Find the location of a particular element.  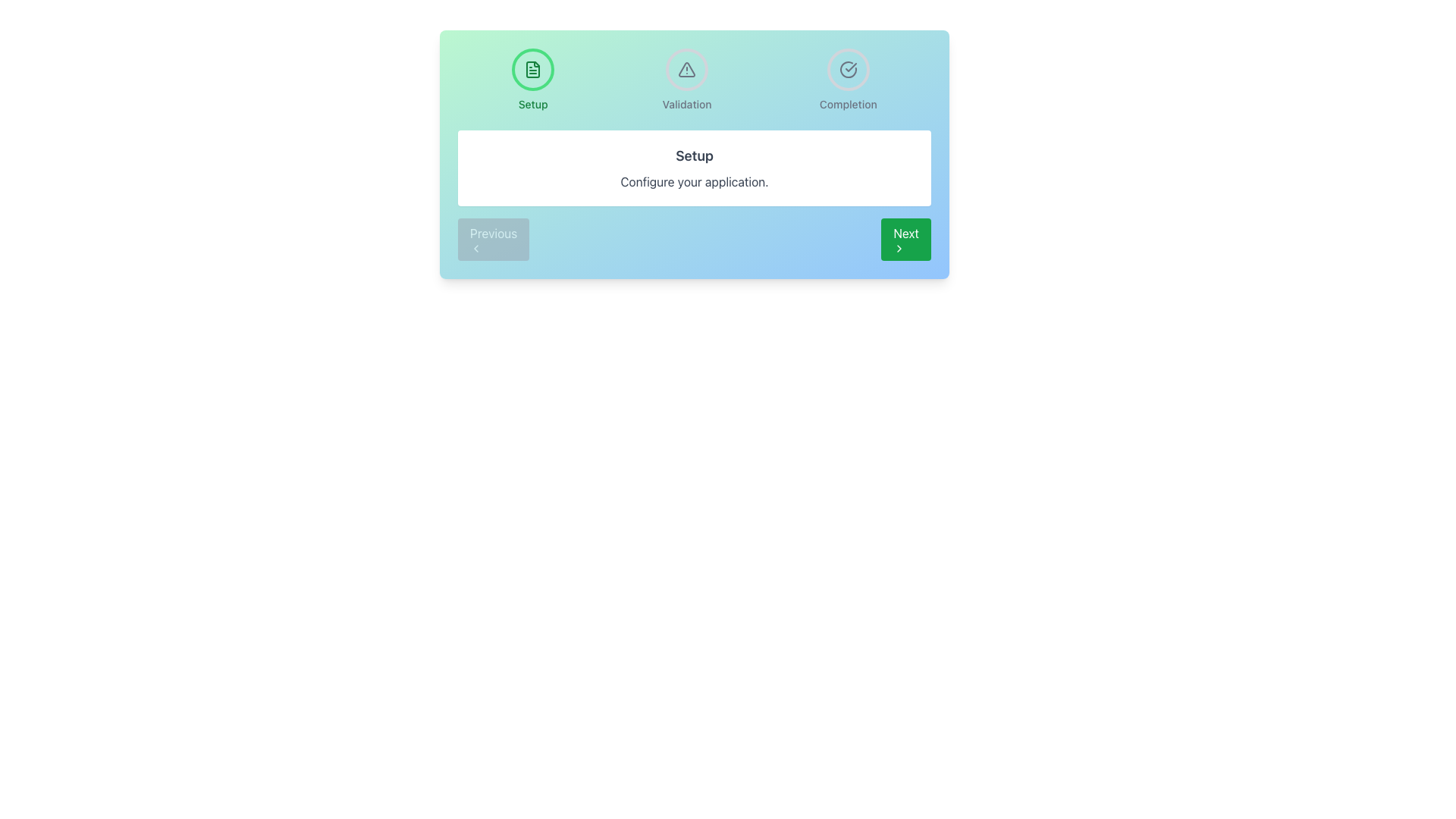

the circular icon with a checkmark symbol, which is the third in a sequence of three status markers aligned horizontally at the top of the interface is located at coordinates (847, 70).